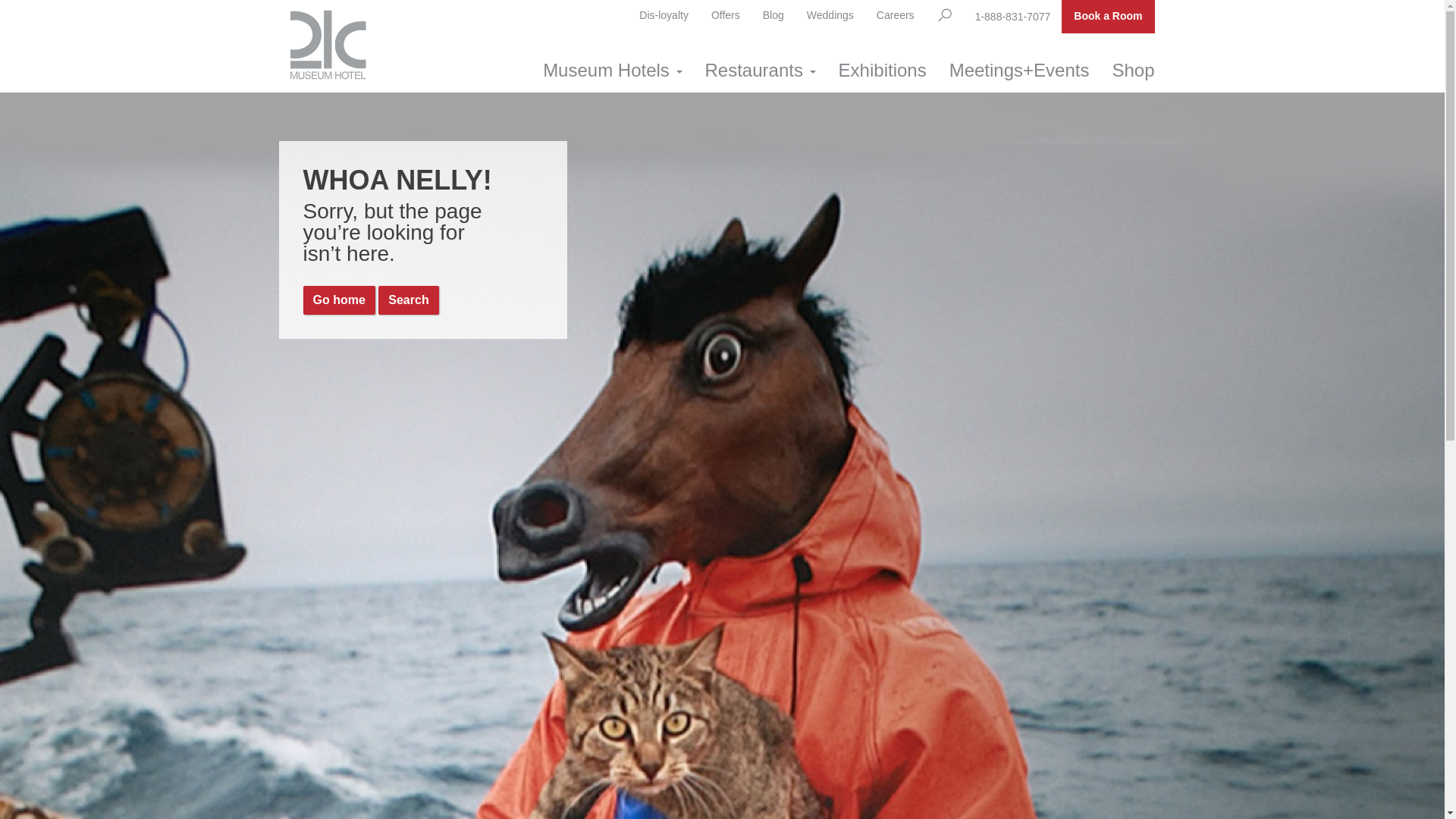 This screenshot has height=819, width=1456. I want to click on 'Blog', so click(773, 15).